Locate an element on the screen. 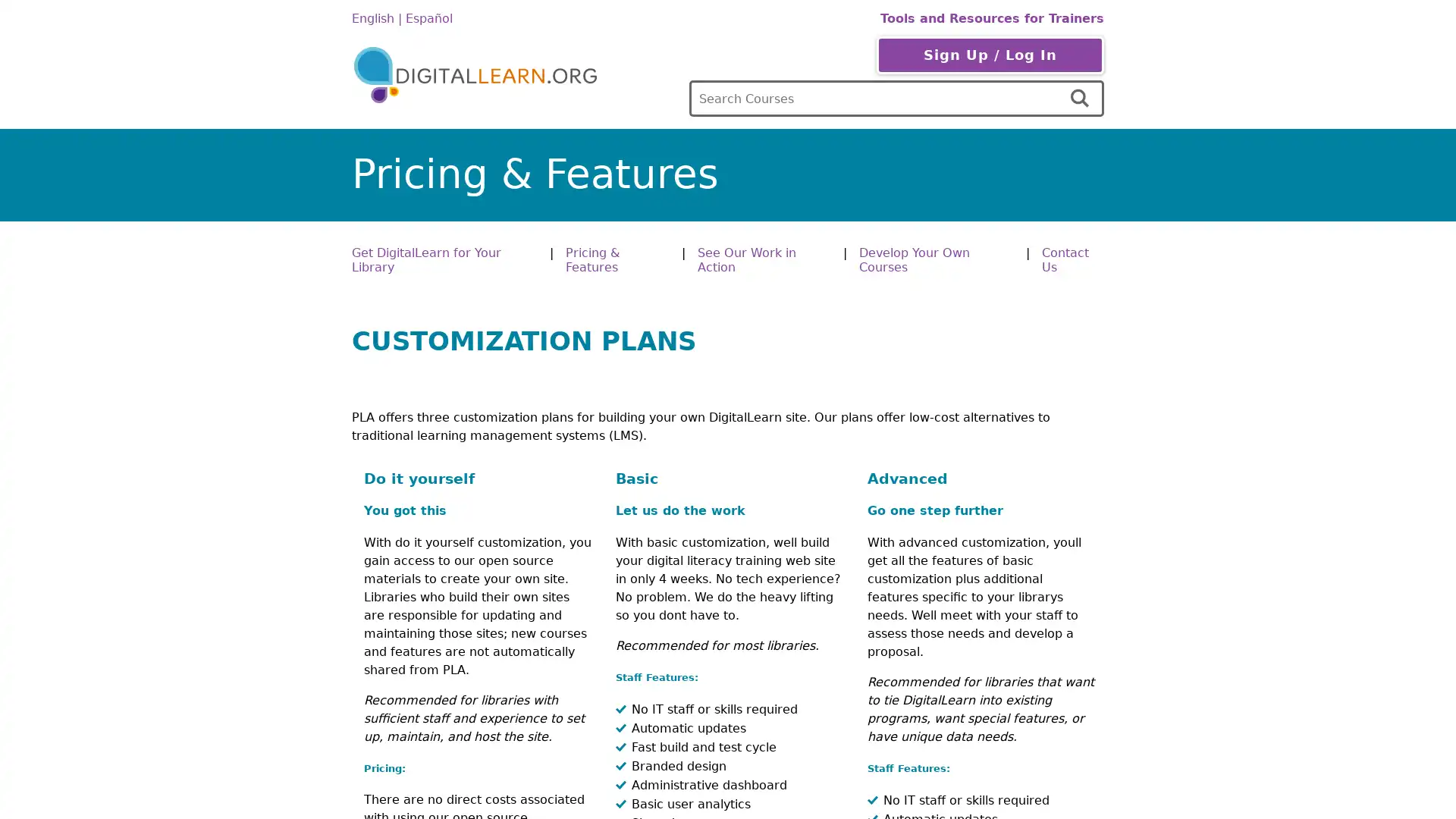 Image resolution: width=1456 pixels, height=819 pixels. search is located at coordinates (1081, 99).